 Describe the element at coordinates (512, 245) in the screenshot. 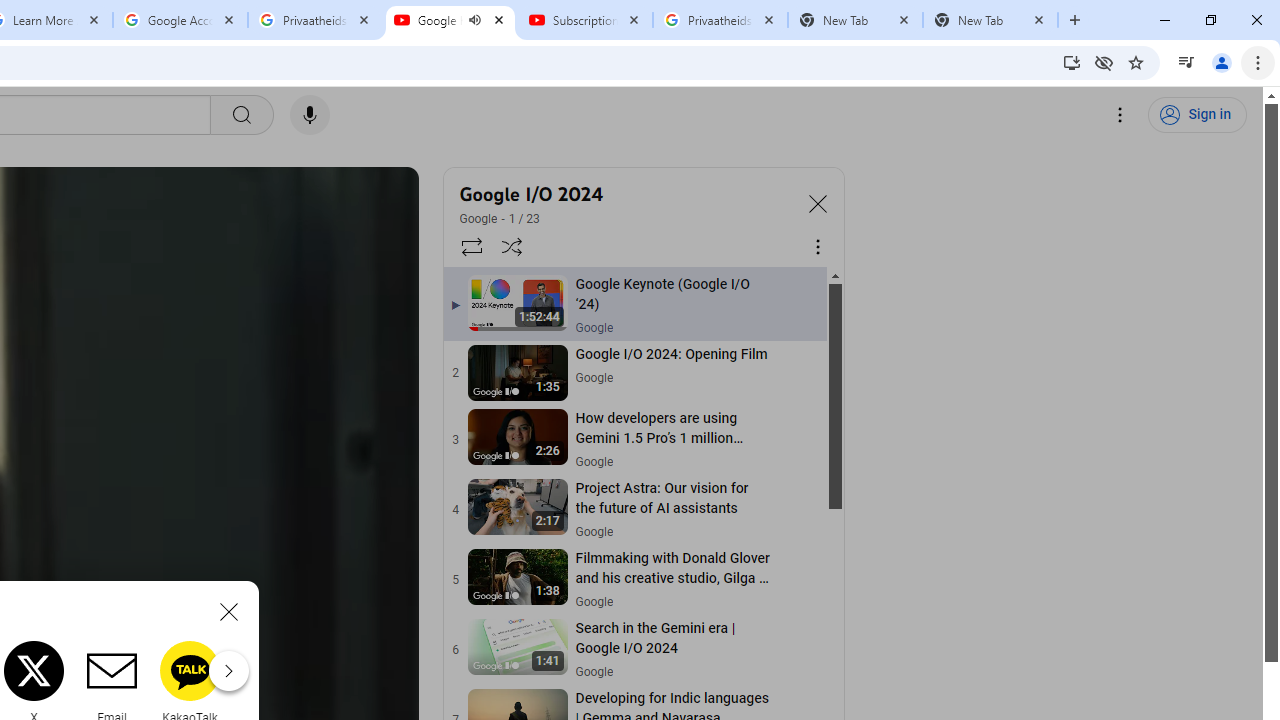

I see `'Shuffle playlist'` at that location.